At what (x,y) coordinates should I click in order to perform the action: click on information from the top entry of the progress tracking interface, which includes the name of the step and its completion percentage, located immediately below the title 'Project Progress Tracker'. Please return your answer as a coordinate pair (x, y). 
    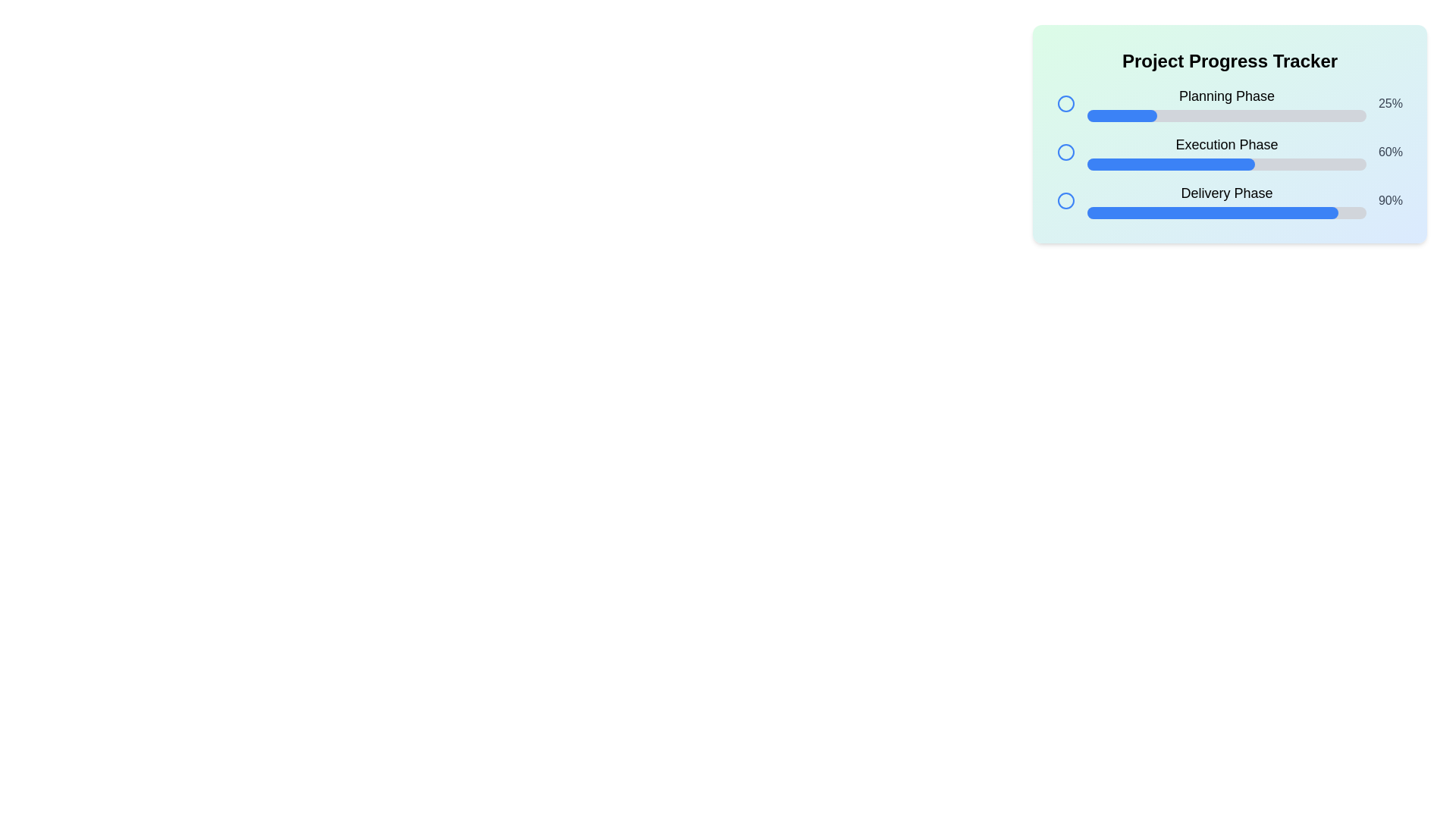
    Looking at the image, I should click on (1226, 103).